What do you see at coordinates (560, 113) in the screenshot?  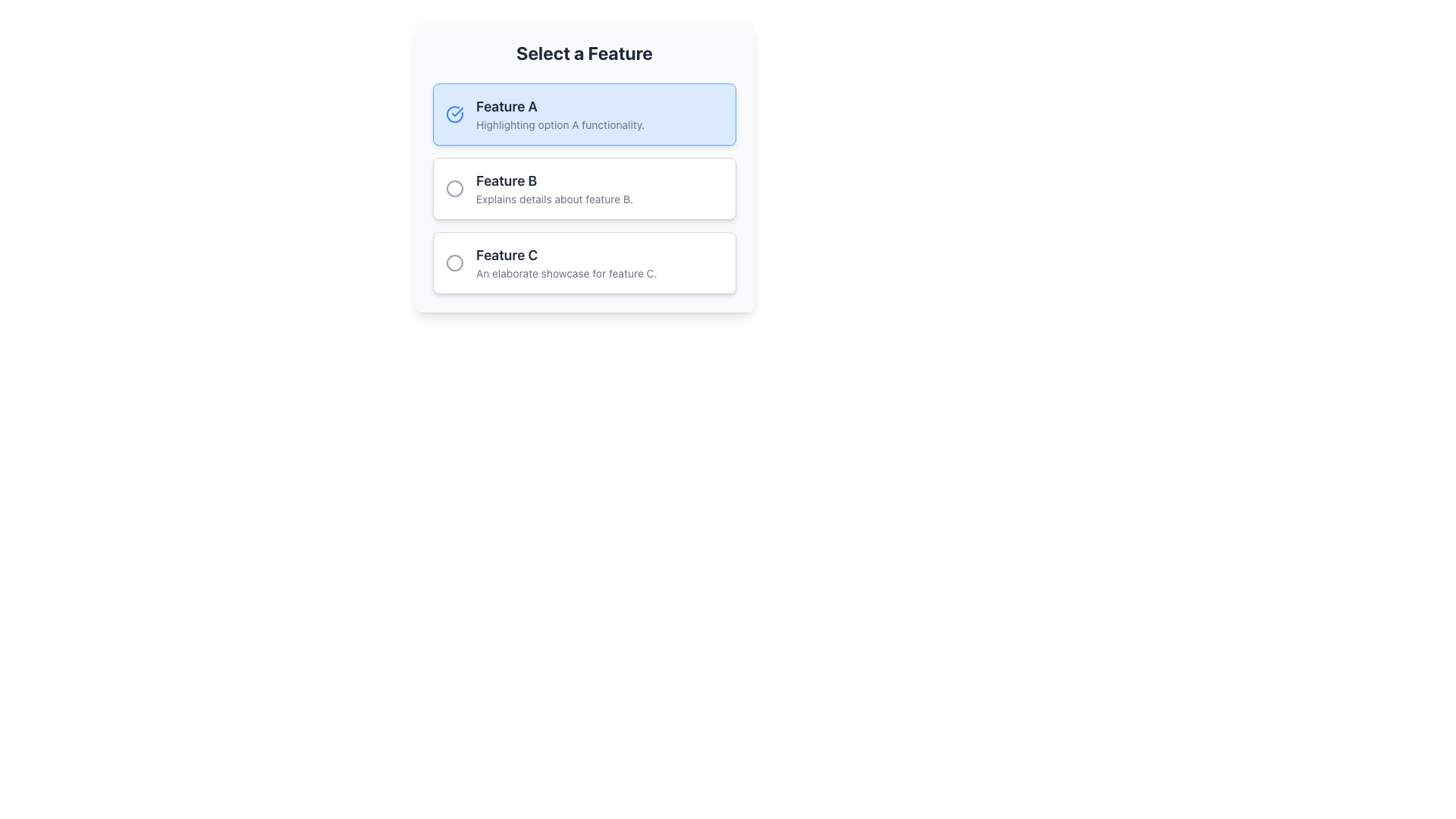 I see `to select the list item containing 'Feature A' with its description 'Highlighting option A functionality.'` at bounding box center [560, 113].